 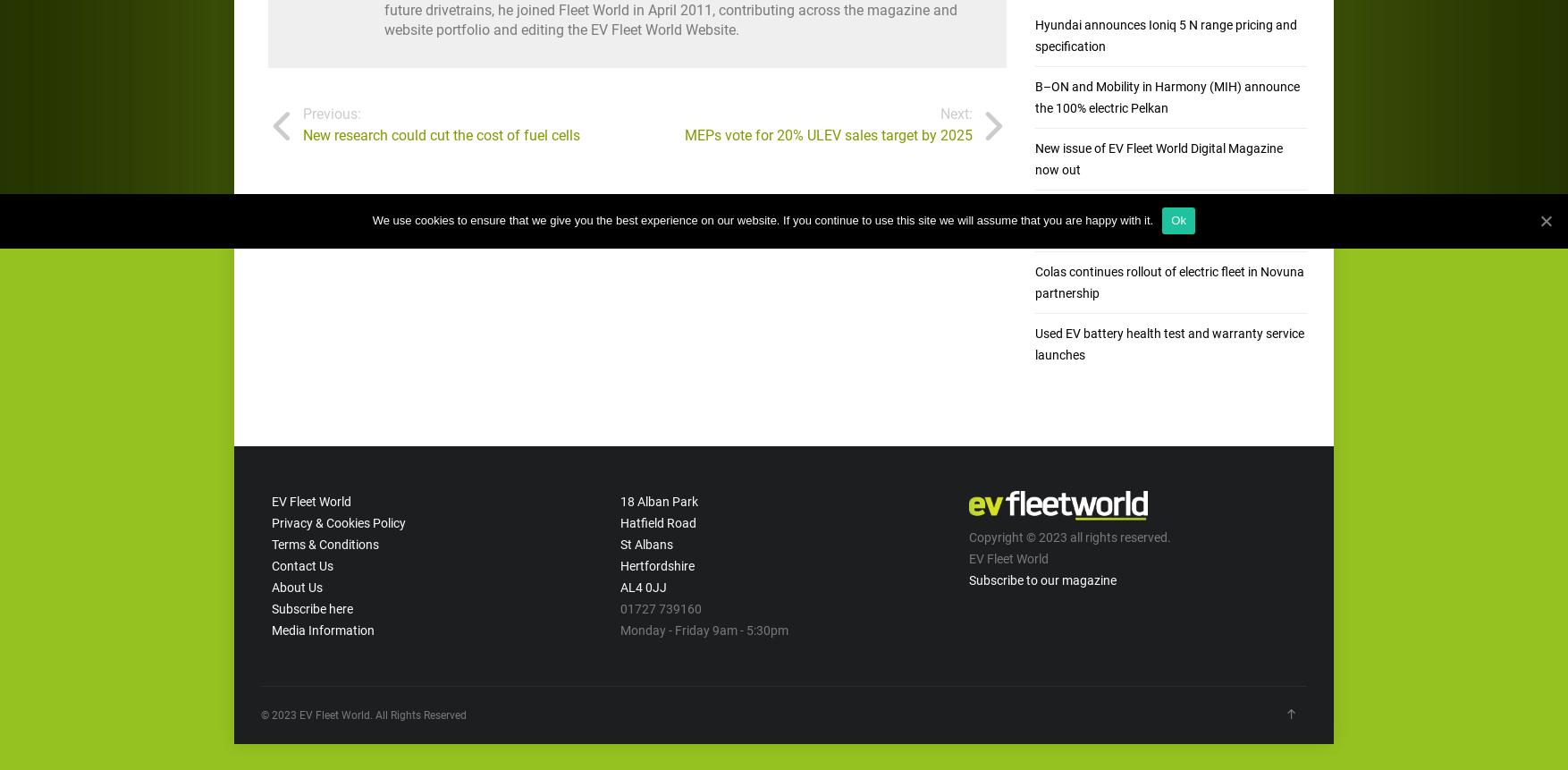 I want to click on 'Hertfordshire', so click(x=656, y=564).